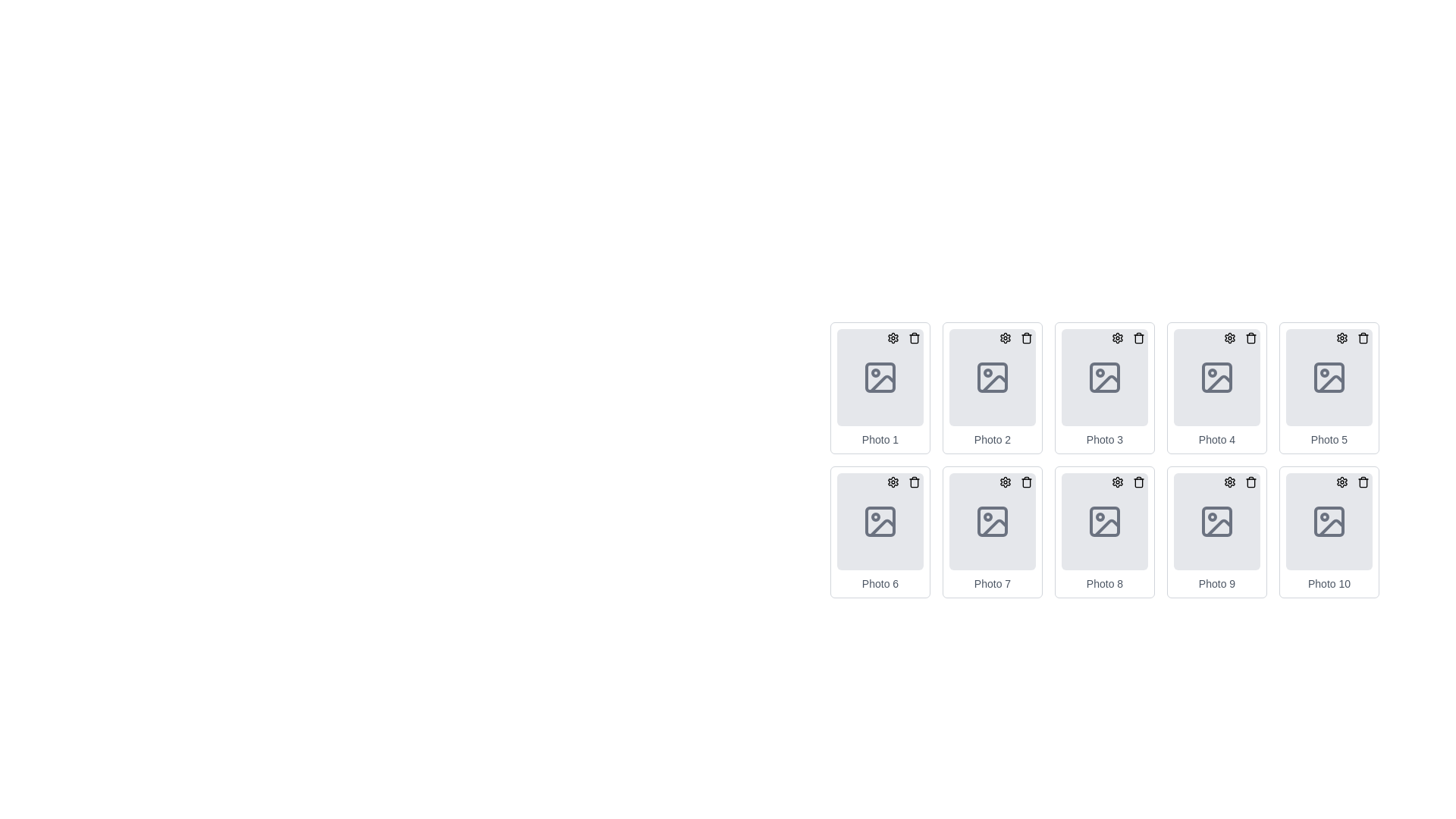  I want to click on the SVG image icon styled with a light gray color and rounded corners located in the ninth position of the grid, so click(1216, 520).